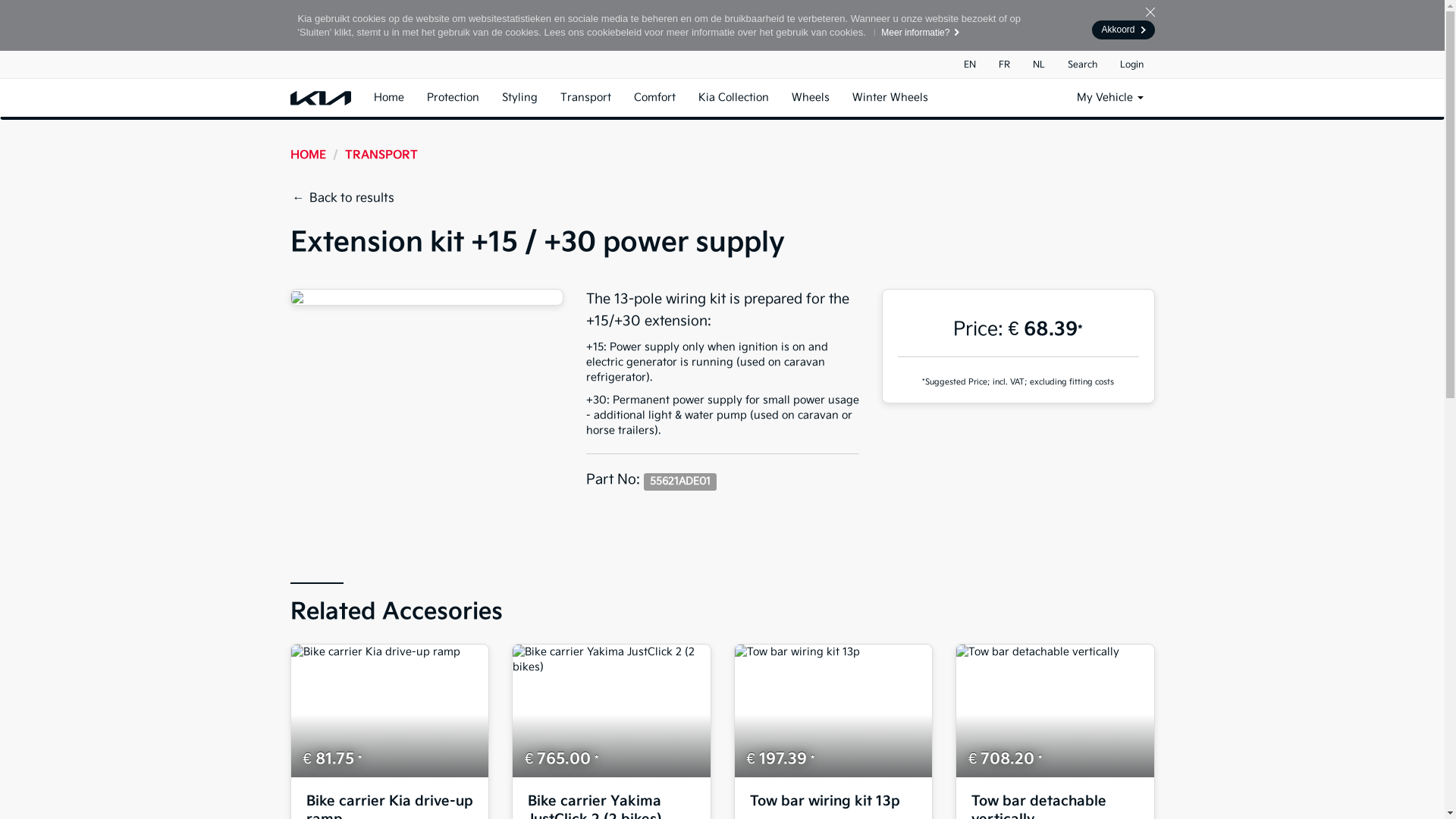 Image resolution: width=1456 pixels, height=819 pixels. What do you see at coordinates (306, 155) in the screenshot?
I see `'HOME'` at bounding box center [306, 155].